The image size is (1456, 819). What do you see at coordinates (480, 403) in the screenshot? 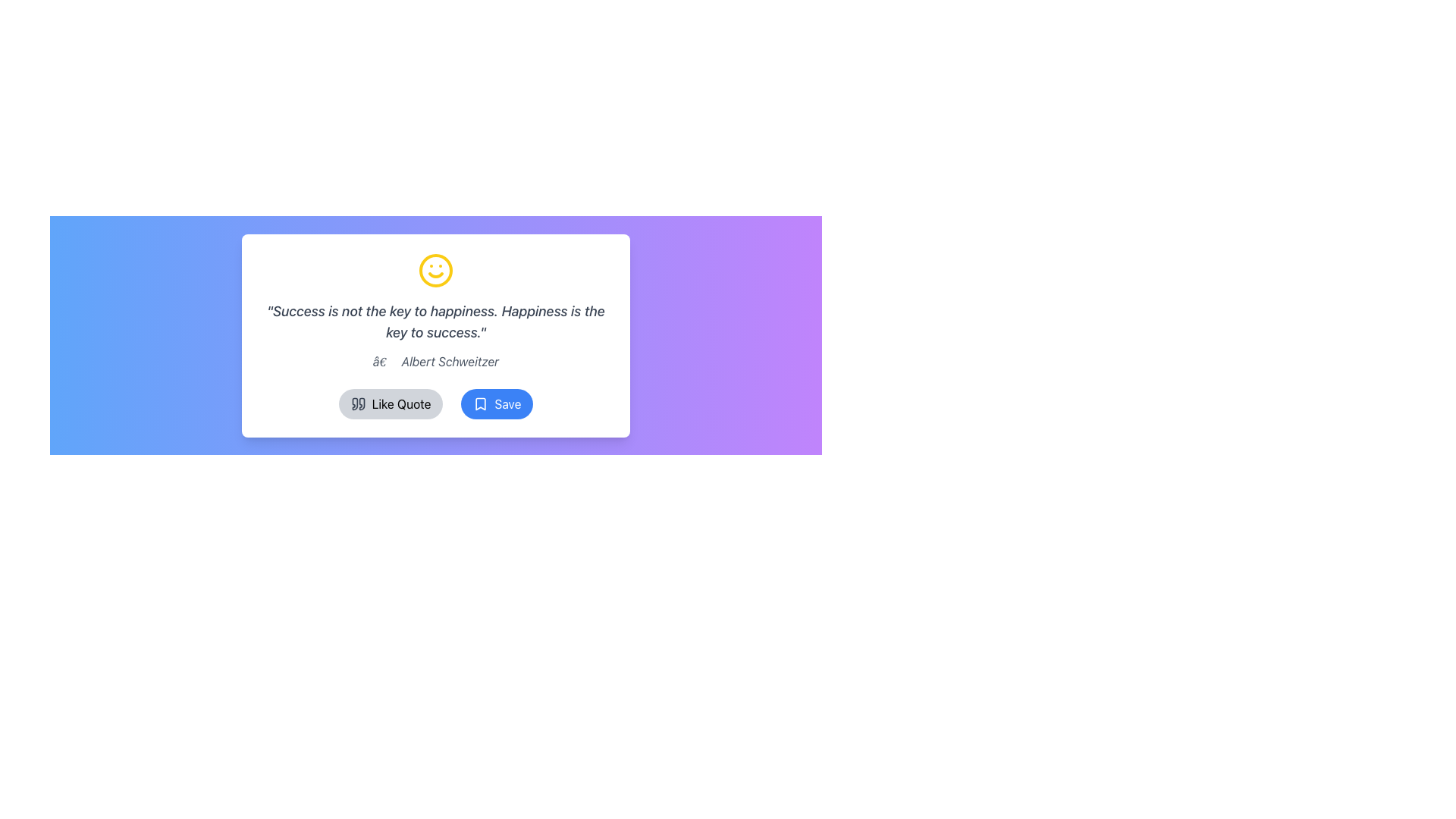
I see `the save icon located on the left side of the 'Save' button` at bounding box center [480, 403].